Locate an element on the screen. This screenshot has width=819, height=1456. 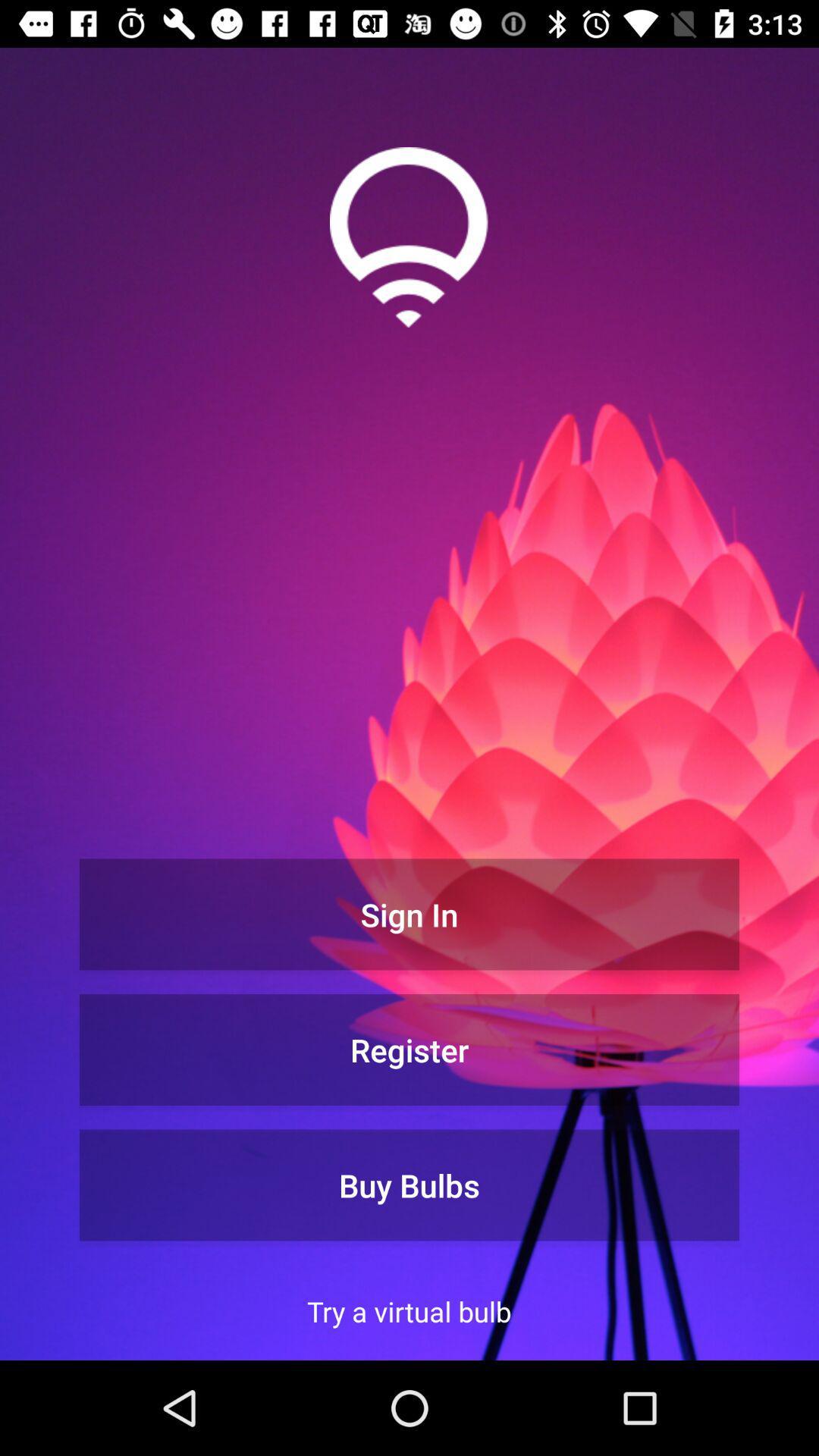
the buy bulbs icon is located at coordinates (409, 1185).